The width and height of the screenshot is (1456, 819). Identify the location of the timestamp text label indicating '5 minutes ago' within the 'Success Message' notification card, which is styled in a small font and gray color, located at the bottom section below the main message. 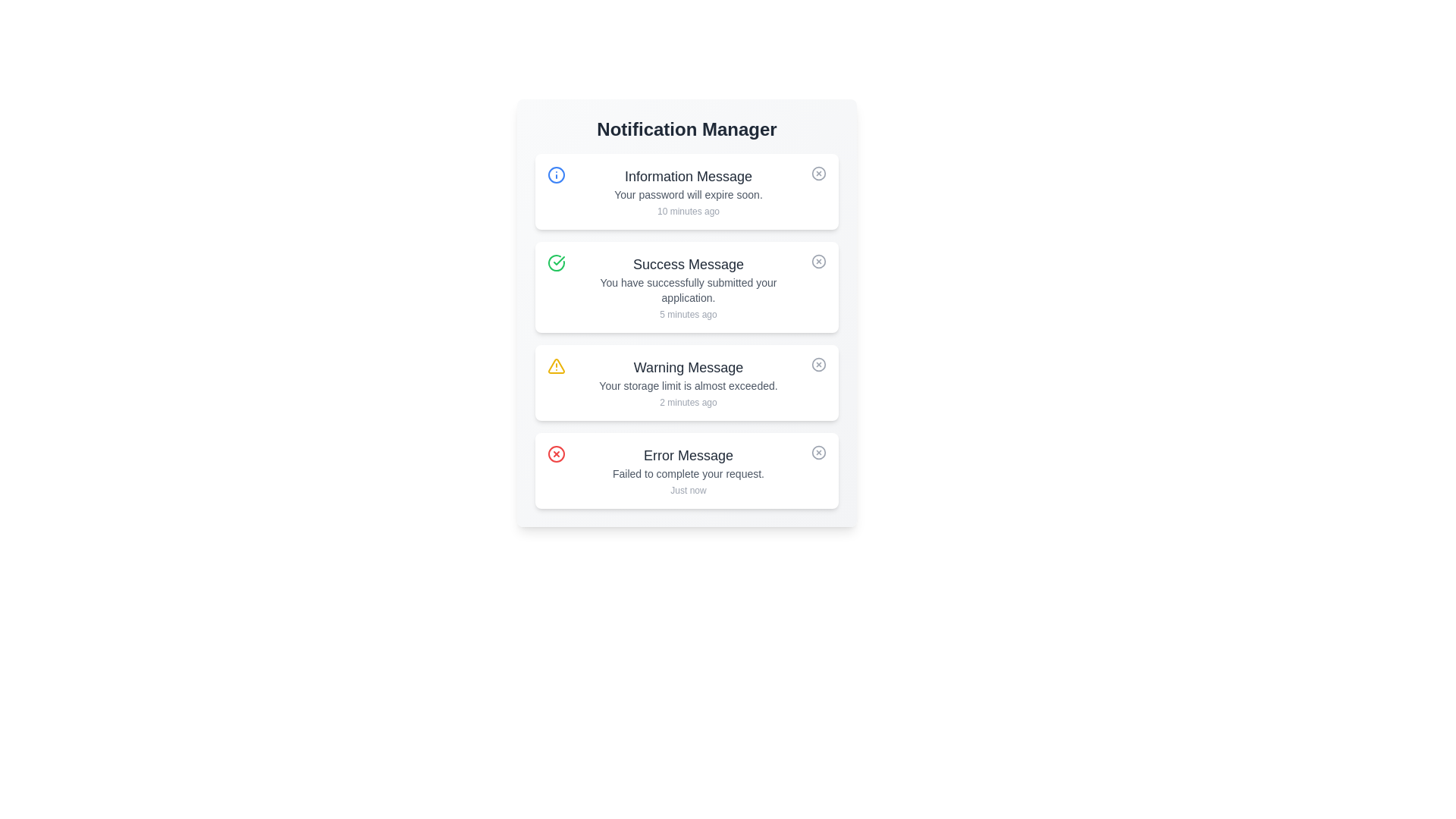
(687, 314).